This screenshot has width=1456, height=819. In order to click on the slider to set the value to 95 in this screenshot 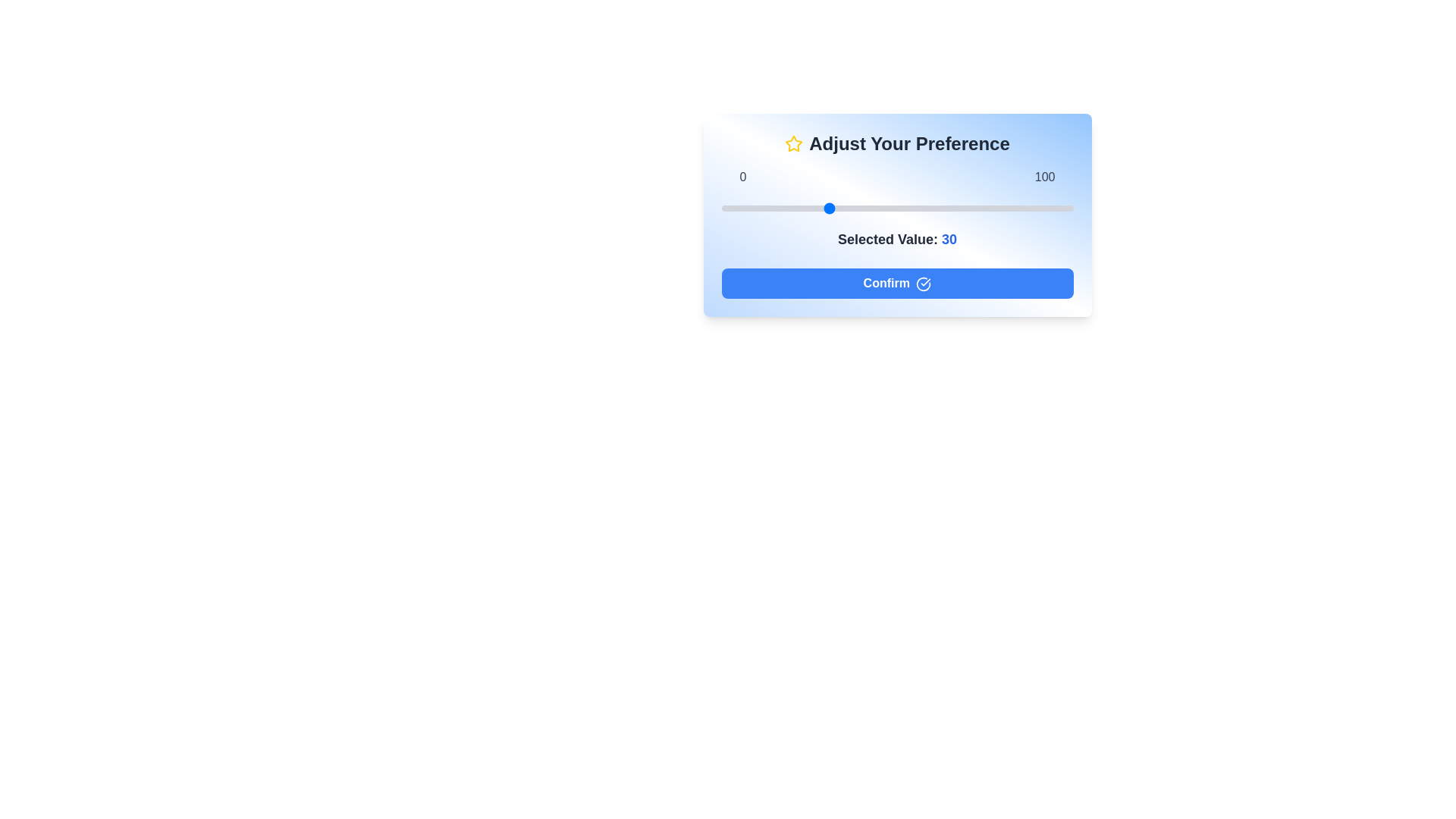, I will do `click(1055, 208)`.